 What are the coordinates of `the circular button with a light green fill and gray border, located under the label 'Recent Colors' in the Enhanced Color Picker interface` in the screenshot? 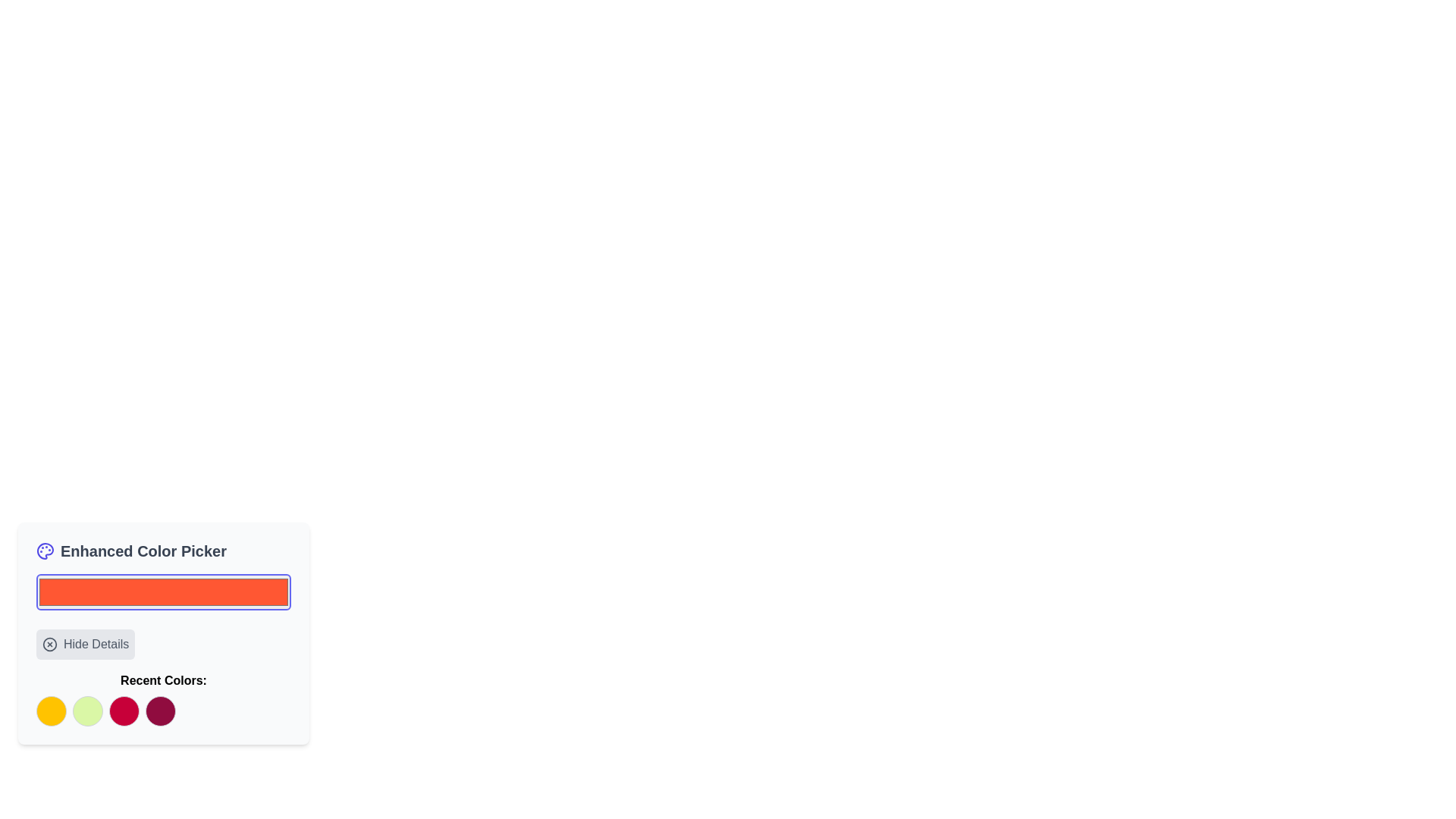 It's located at (86, 711).